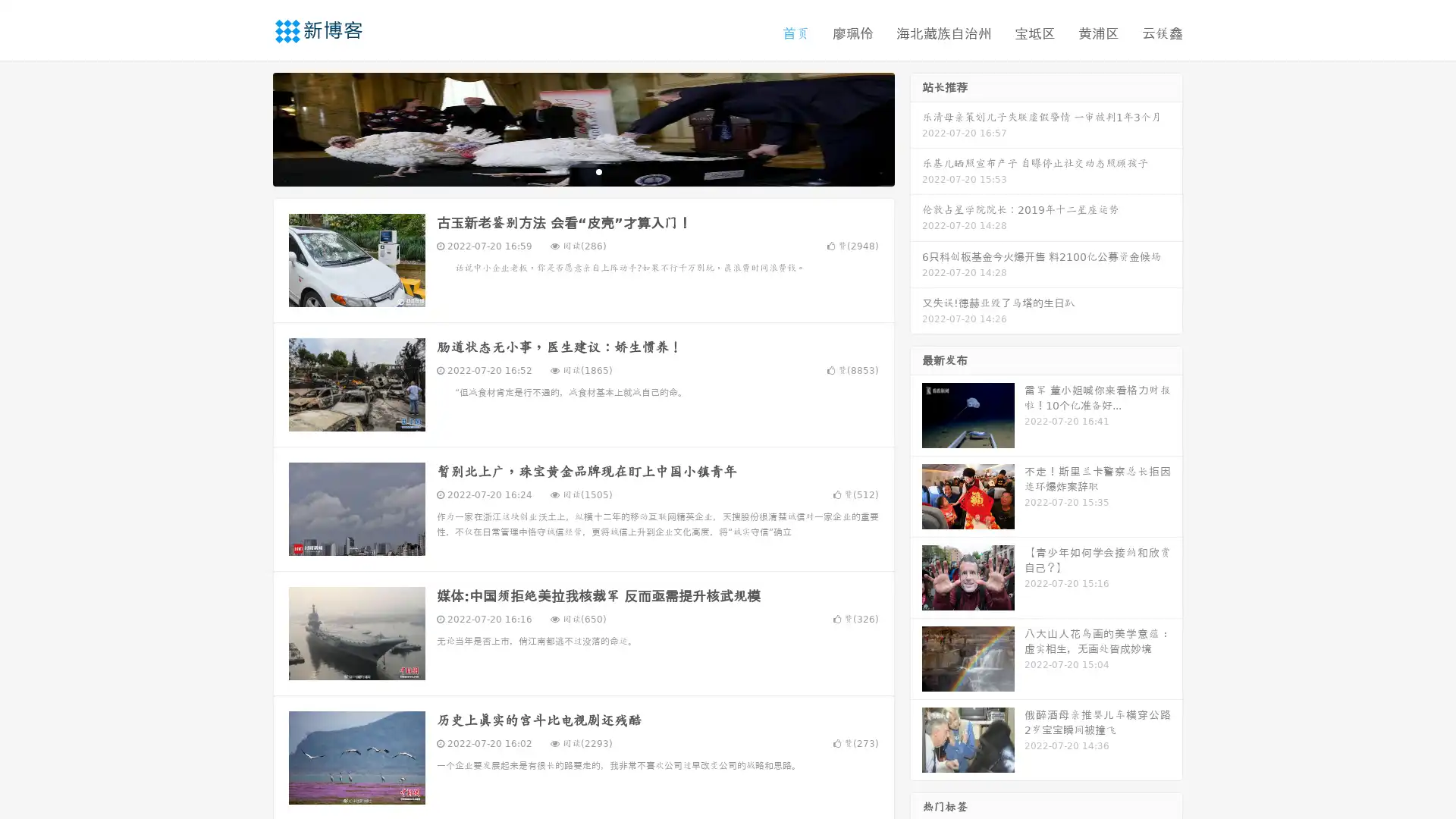 This screenshot has height=819, width=1456. What do you see at coordinates (582, 171) in the screenshot?
I see `Go to slide 2` at bounding box center [582, 171].